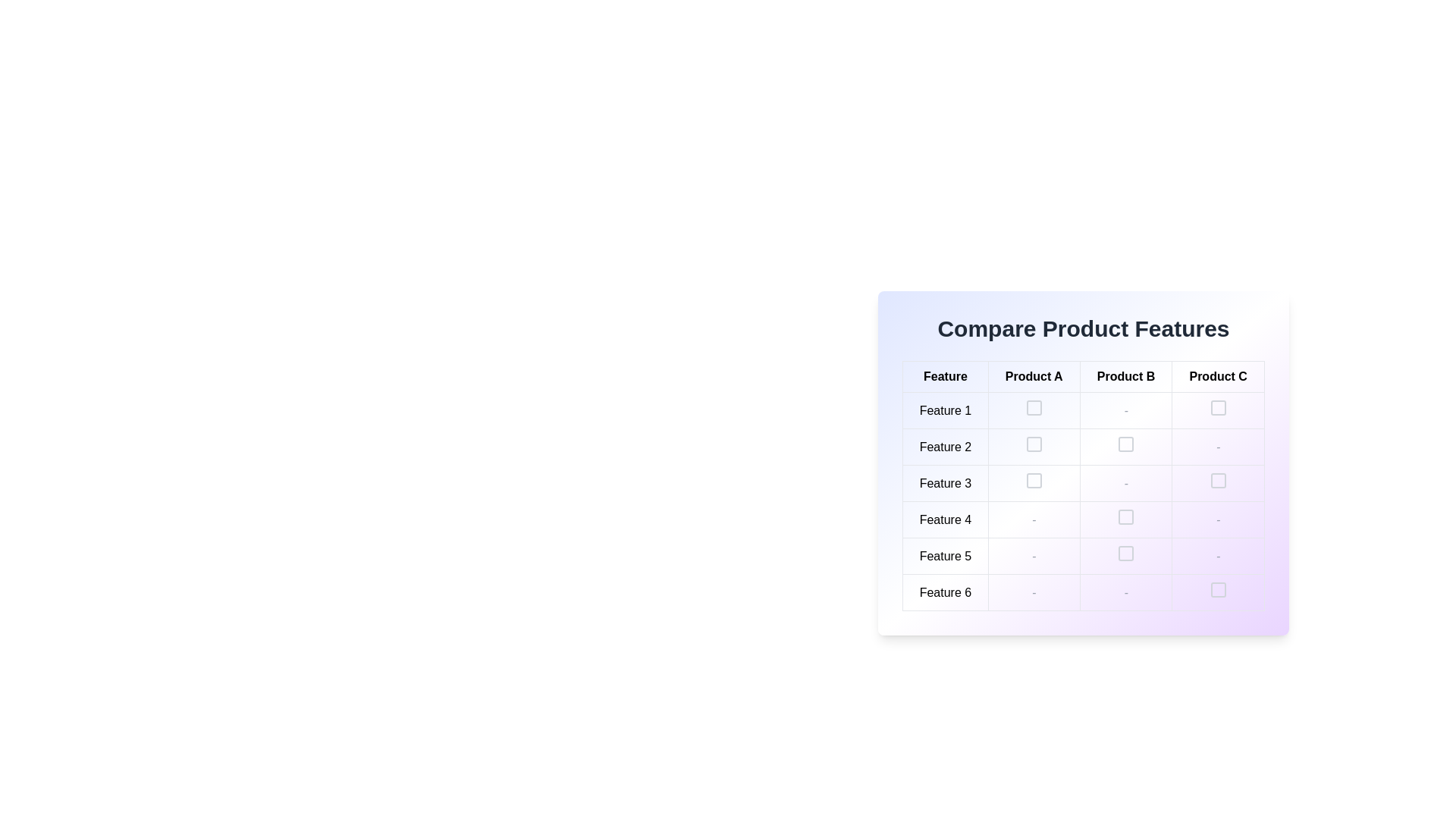 The height and width of the screenshot is (819, 1456). What do you see at coordinates (1033, 444) in the screenshot?
I see `the empty checkbox in the 'Product A' column aligned with the 'Feature 2' row` at bounding box center [1033, 444].